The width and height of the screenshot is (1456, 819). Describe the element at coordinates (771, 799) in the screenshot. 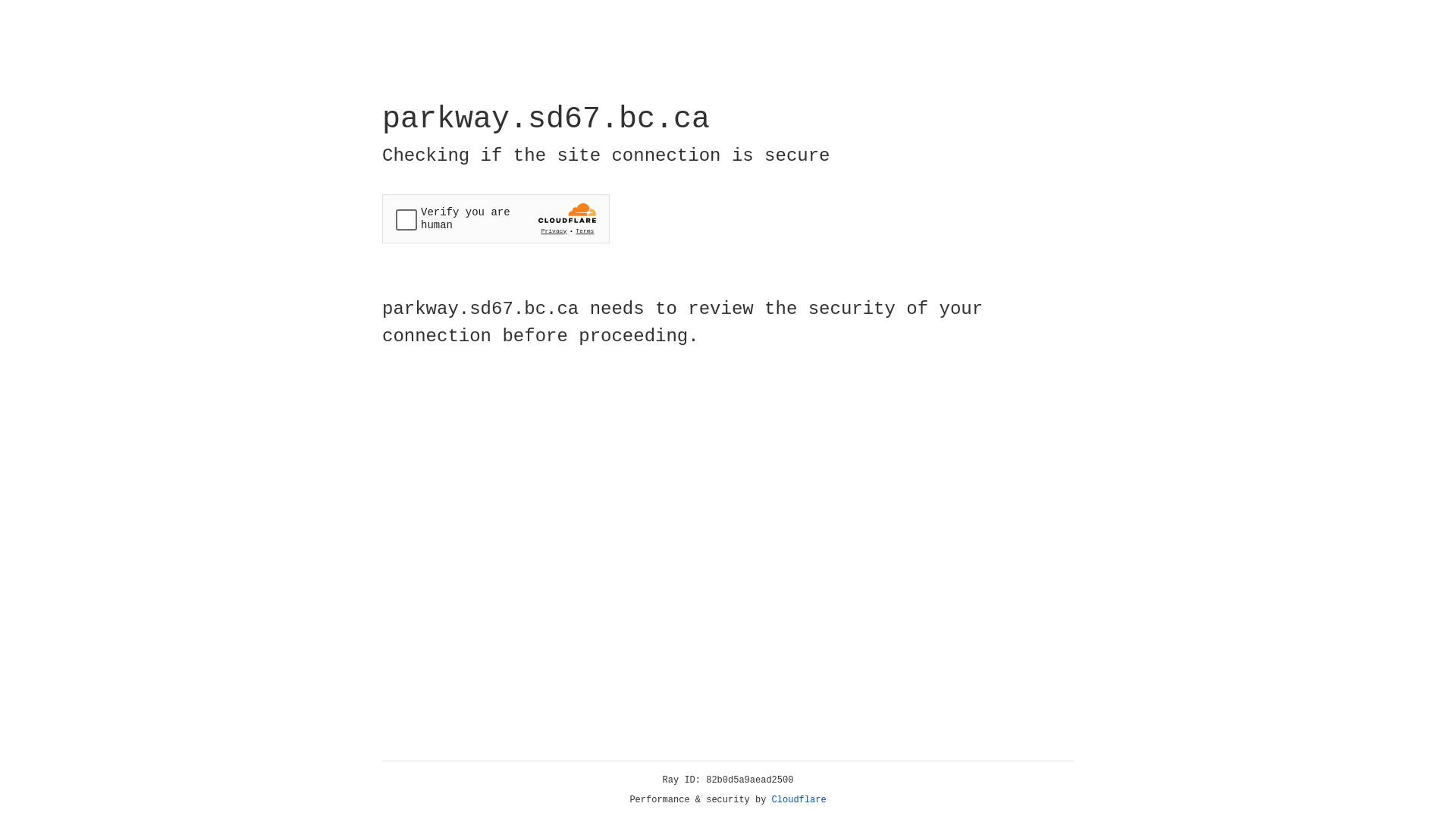

I see `'Cloudflare'` at that location.